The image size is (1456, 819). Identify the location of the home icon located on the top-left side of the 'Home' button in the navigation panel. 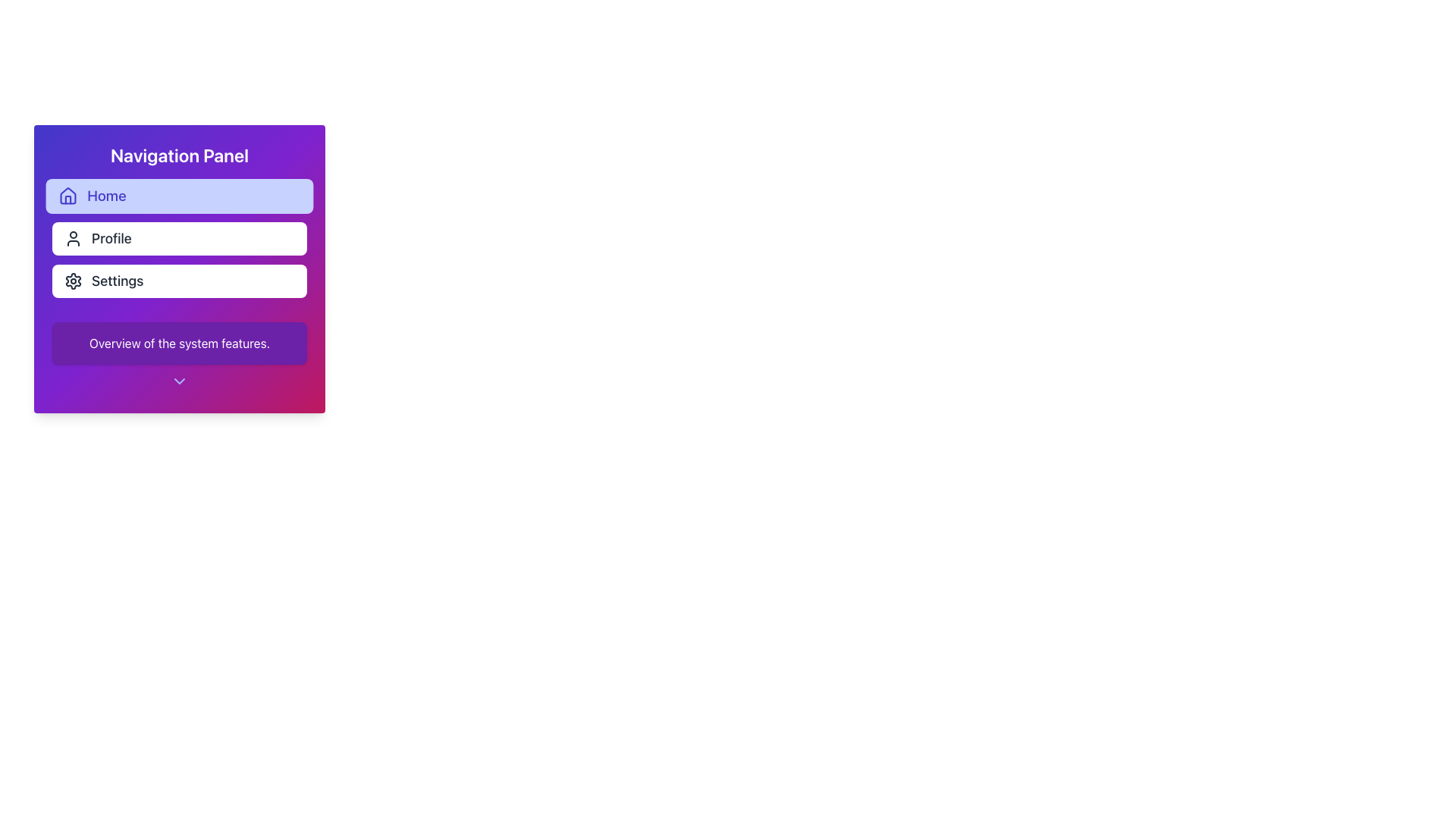
(67, 195).